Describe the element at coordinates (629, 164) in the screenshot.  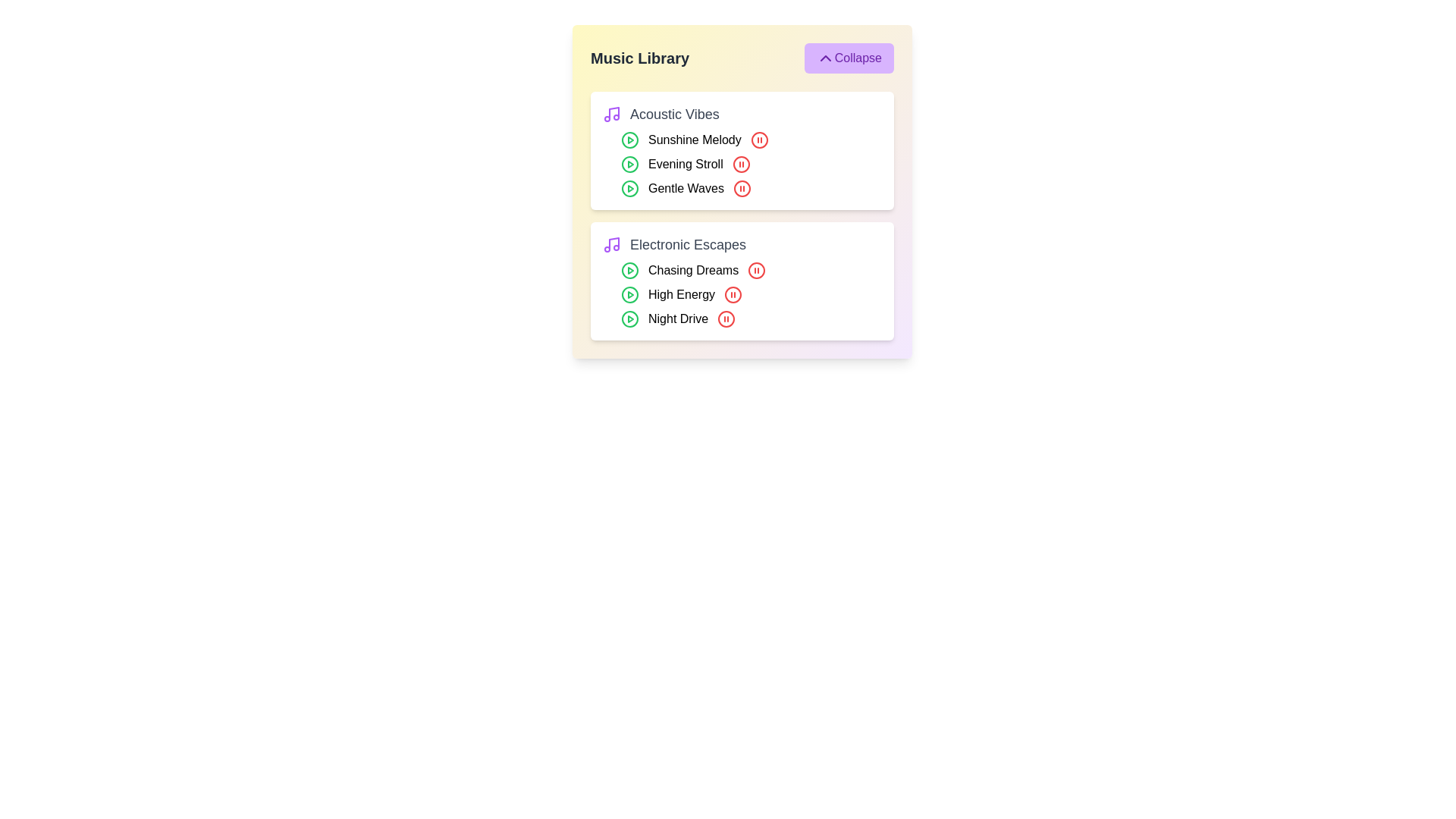
I see `the play button for the track Evening Stroll` at that location.